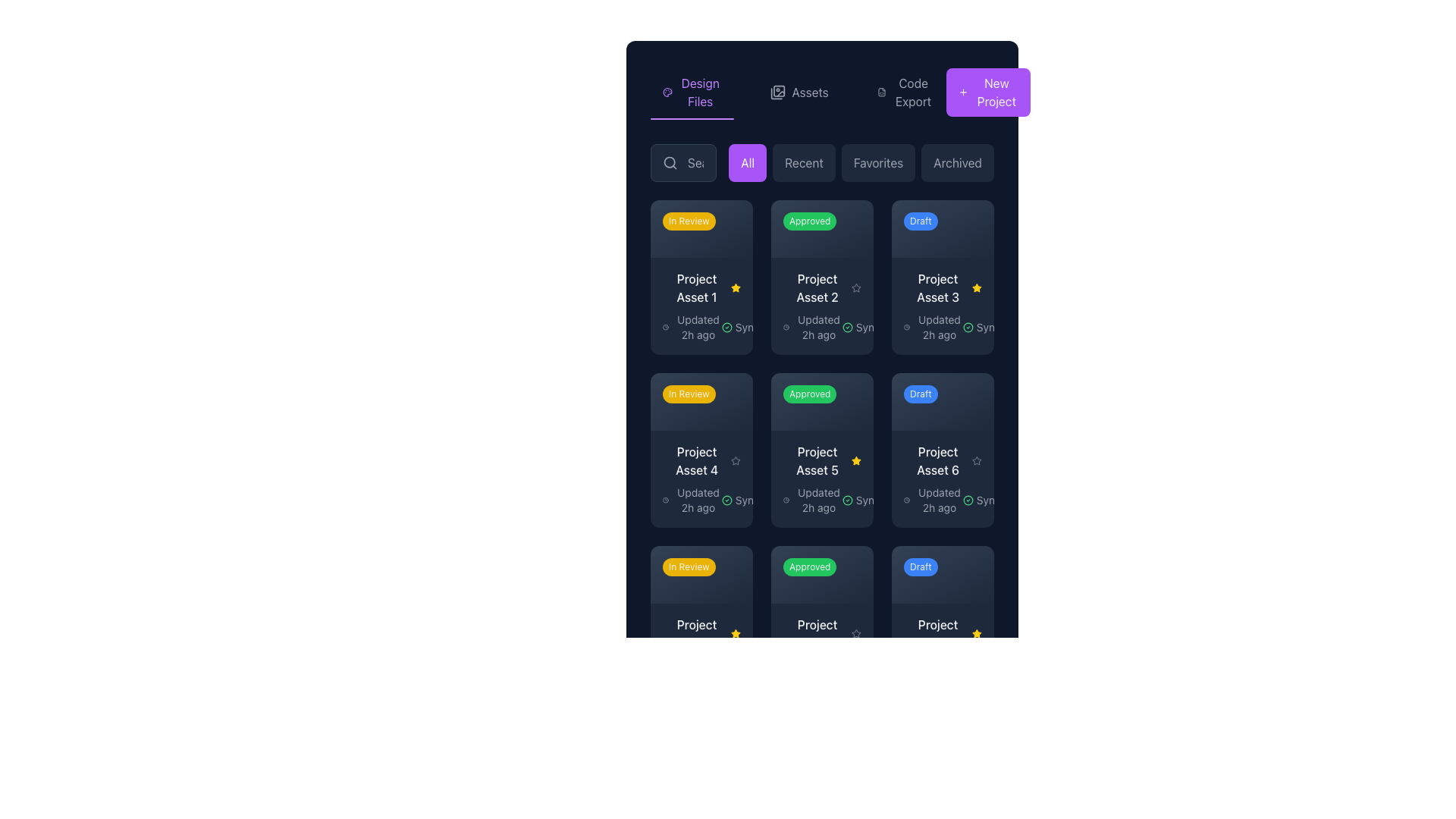  Describe the element at coordinates (942, 500) in the screenshot. I see `the informational text displaying 'Updated 2h ago Synced' with icons in the 'Project Asset 6' card located in the bottom right corner of the card` at that location.